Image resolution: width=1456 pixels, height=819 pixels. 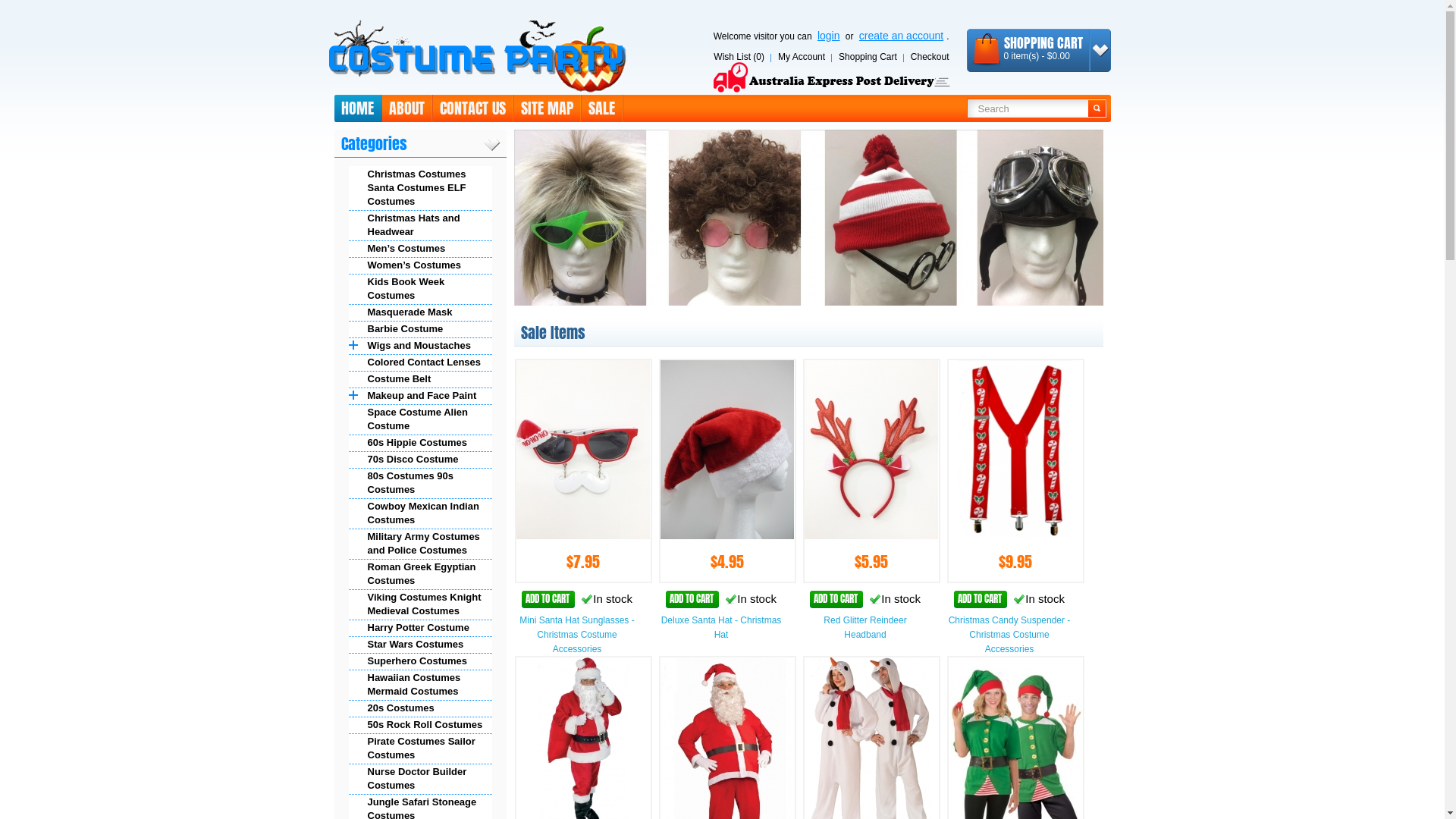 What do you see at coordinates (720, 627) in the screenshot?
I see `'Deluxe Santa Hat - Christmas Hat'` at bounding box center [720, 627].